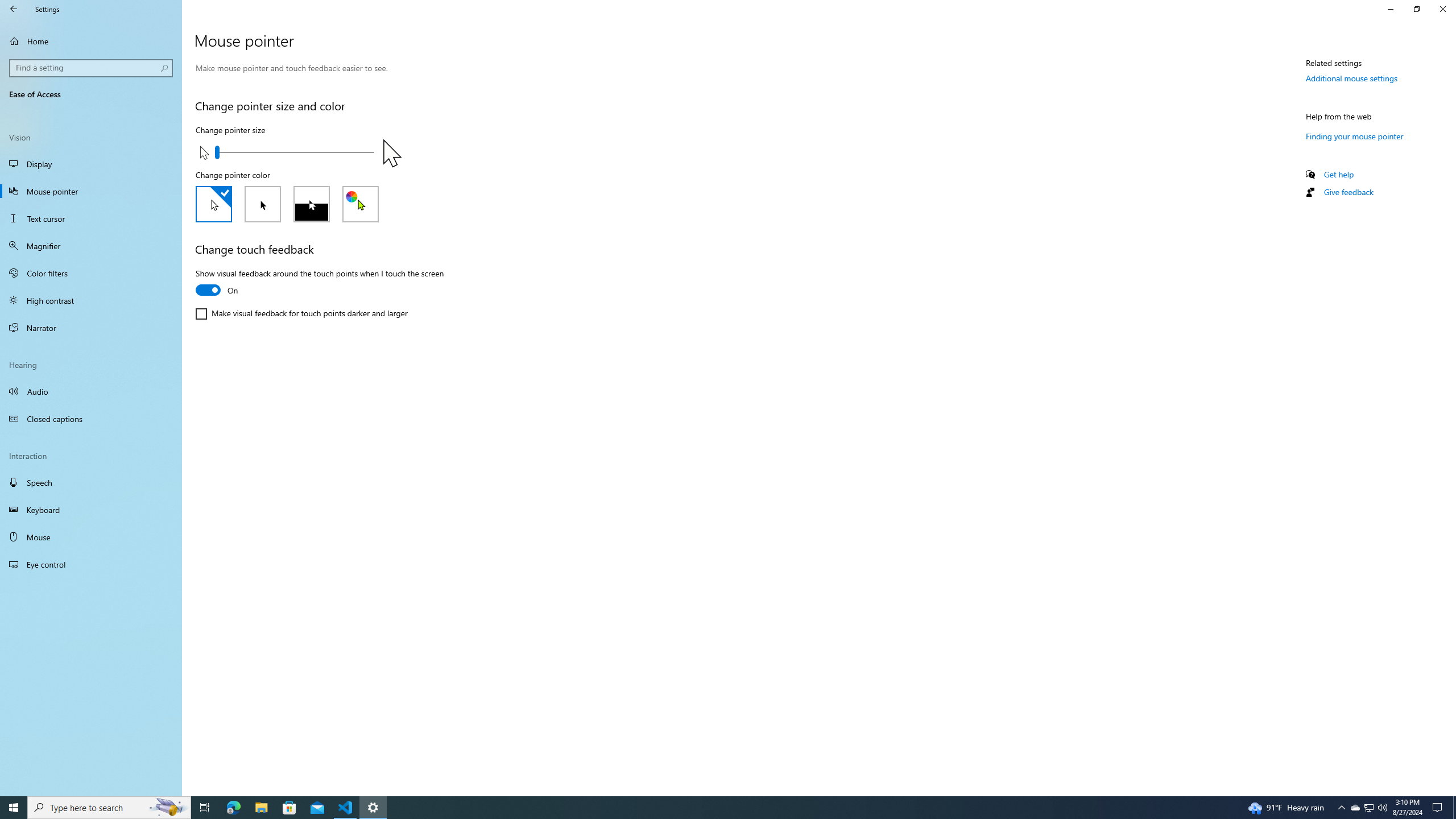 The image size is (1456, 819). Describe the element at coordinates (1354, 135) in the screenshot. I see `'Finding your mouse pointer'` at that location.